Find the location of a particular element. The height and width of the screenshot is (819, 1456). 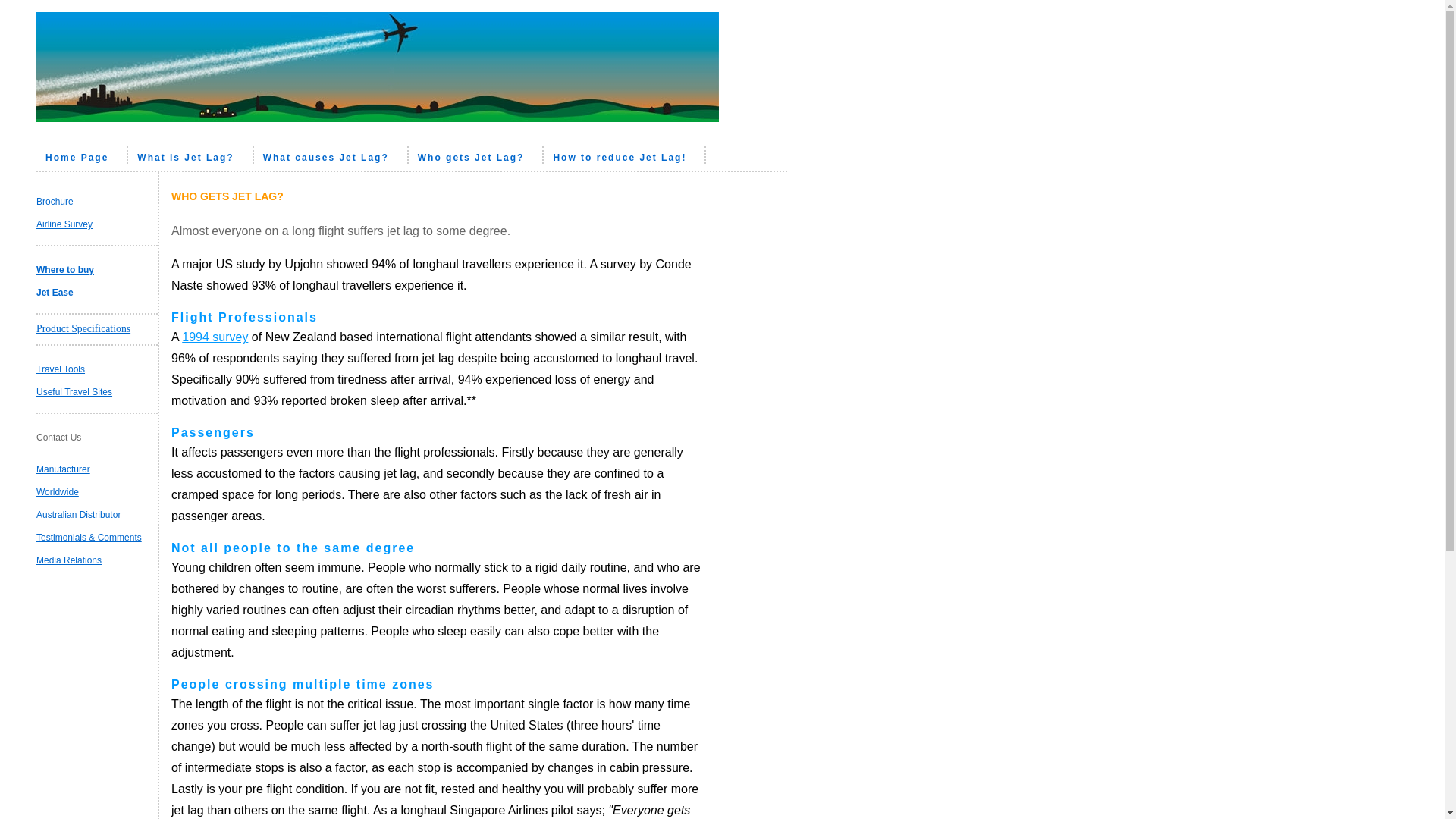

'What is Jet Lag?' is located at coordinates (190, 155).